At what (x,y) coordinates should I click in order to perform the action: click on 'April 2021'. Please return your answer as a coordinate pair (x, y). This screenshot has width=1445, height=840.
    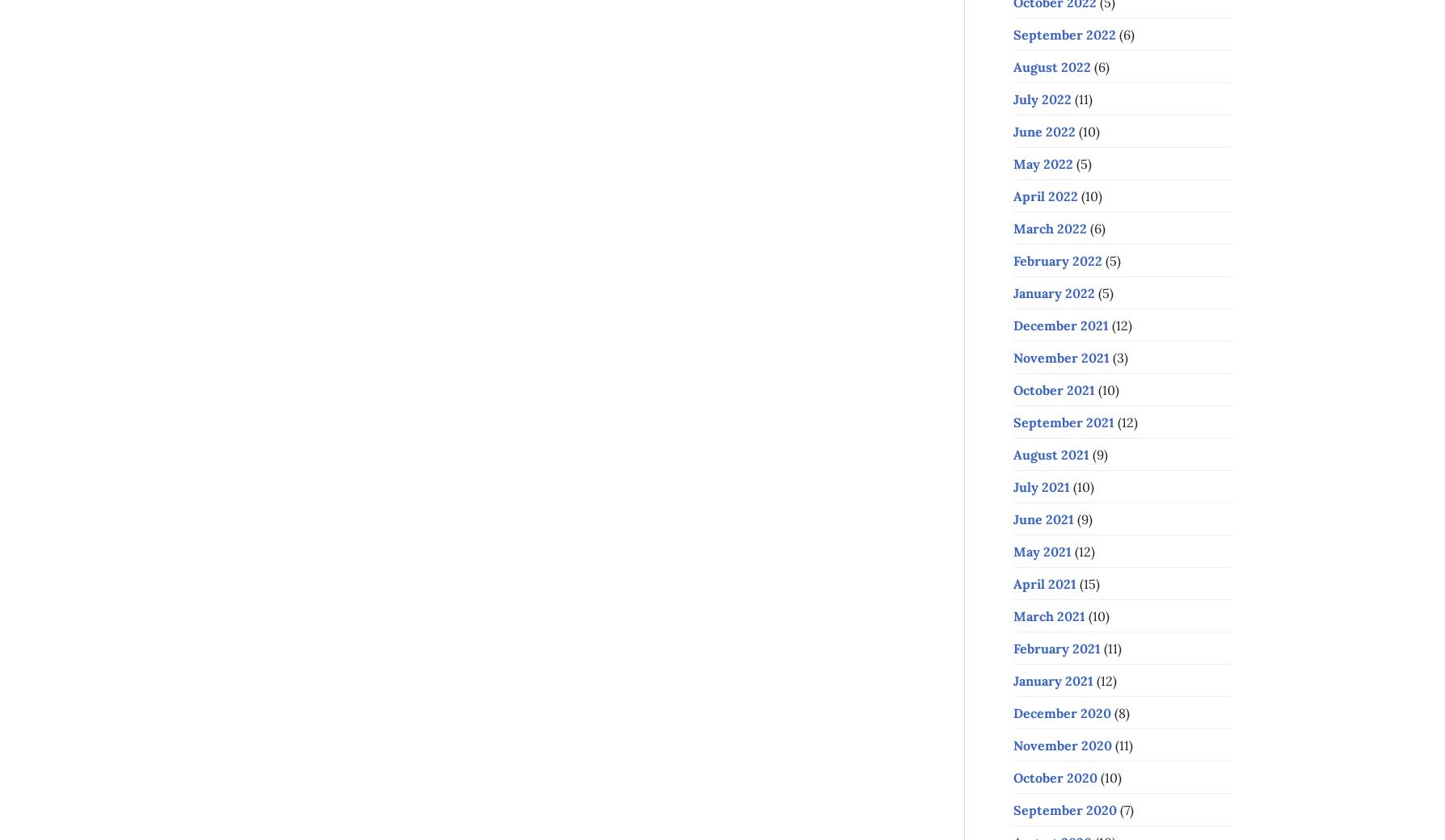
    Looking at the image, I should click on (1012, 582).